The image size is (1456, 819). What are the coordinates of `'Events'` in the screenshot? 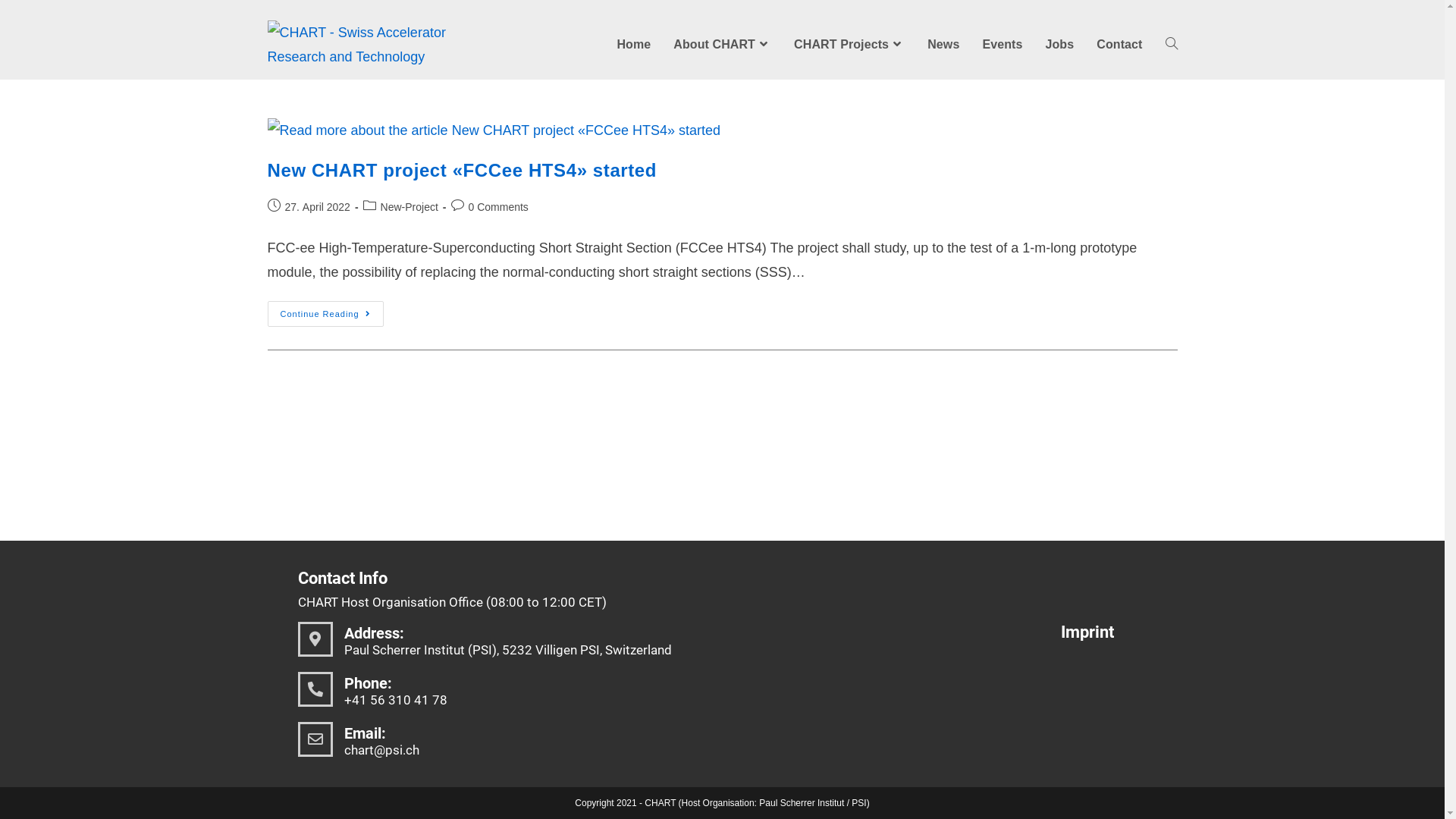 It's located at (1002, 43).